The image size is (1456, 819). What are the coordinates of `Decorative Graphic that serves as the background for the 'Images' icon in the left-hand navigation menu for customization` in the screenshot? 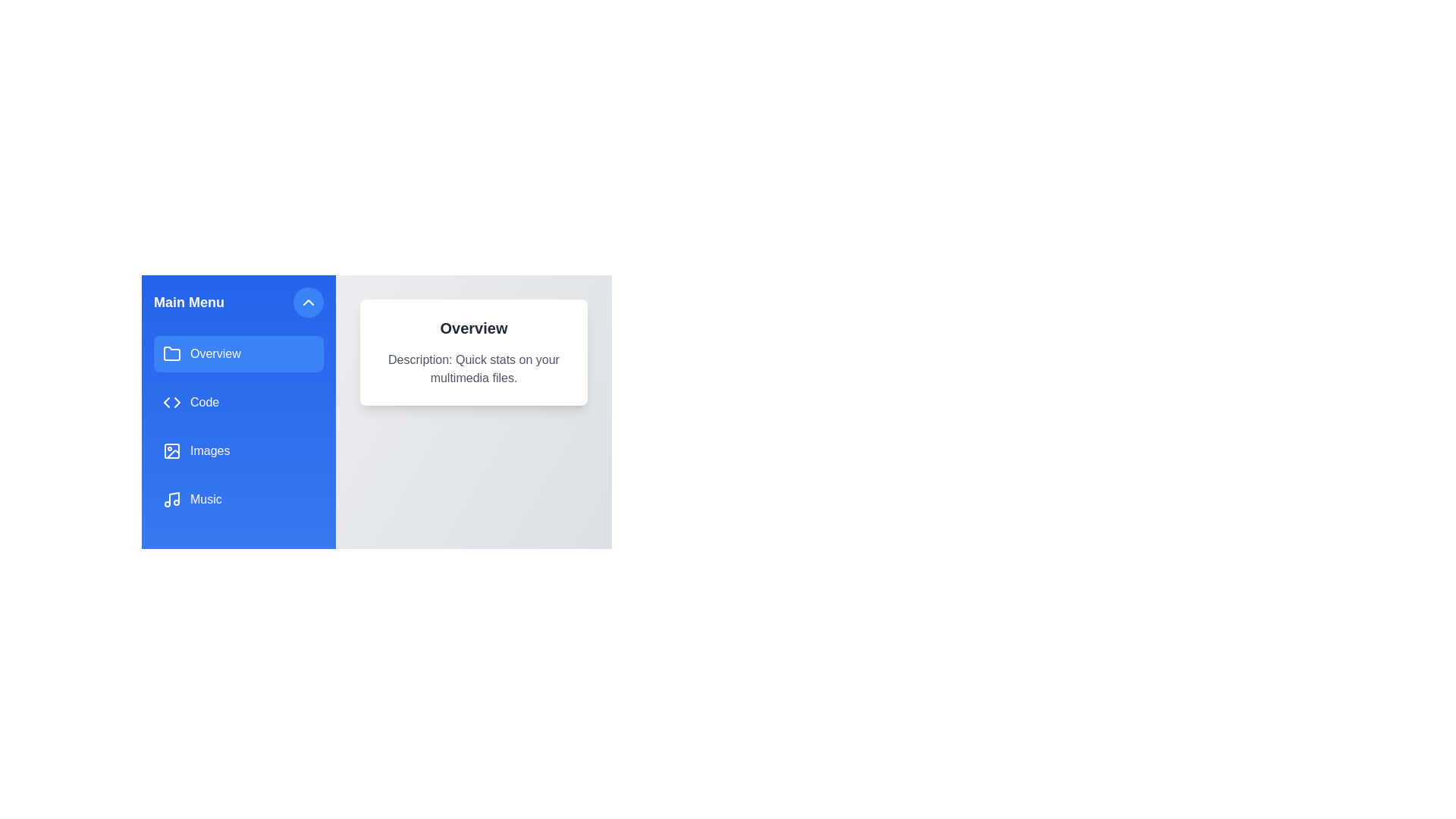 It's located at (171, 450).